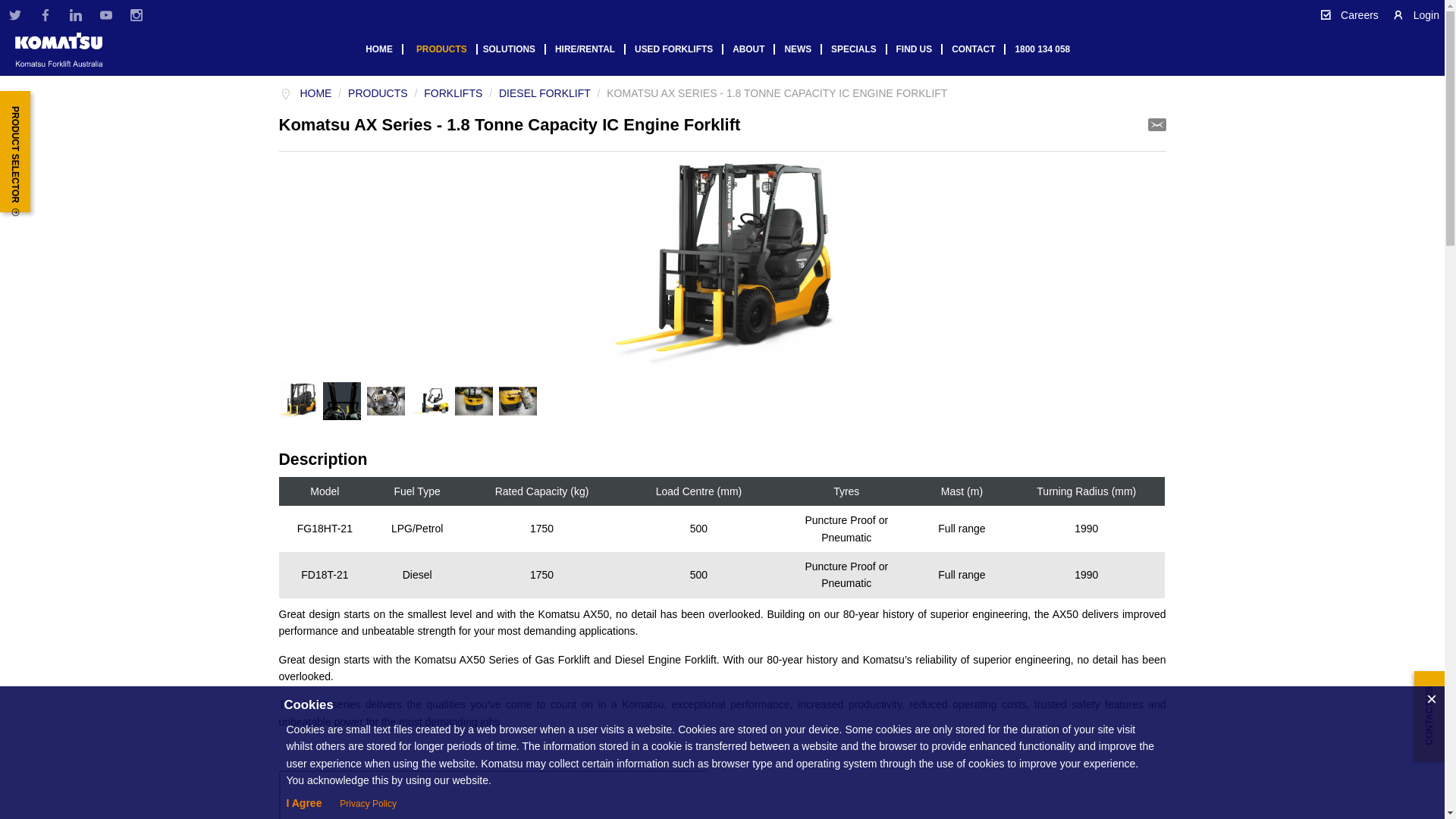 The width and height of the screenshot is (1456, 819). I want to click on 'Careers', so click(1349, 14).